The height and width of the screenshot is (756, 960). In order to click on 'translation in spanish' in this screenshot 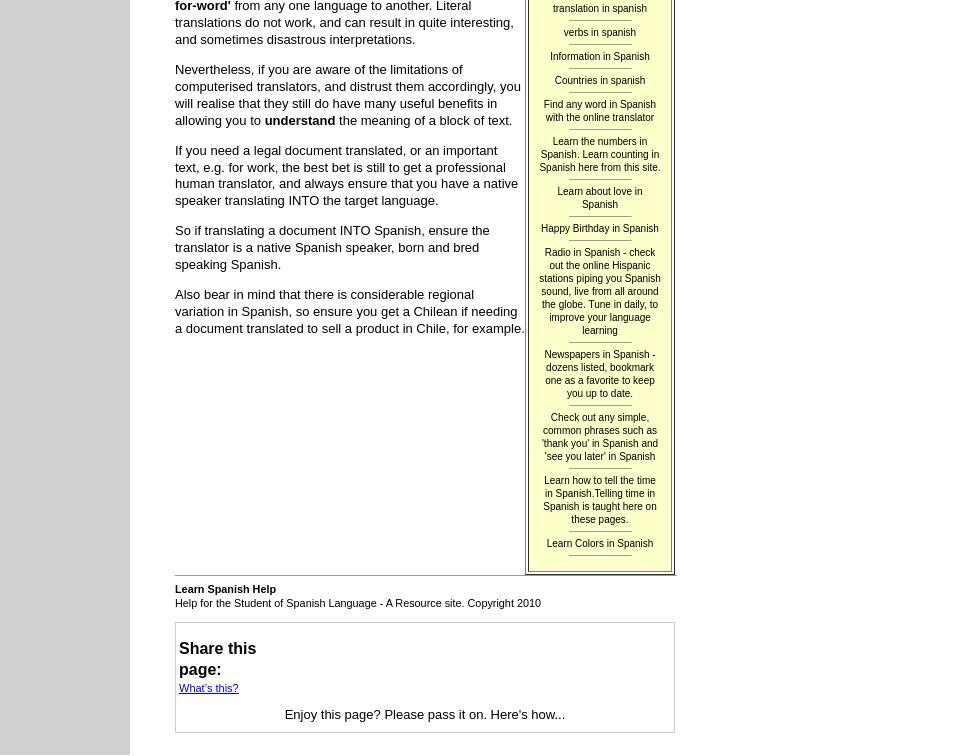, I will do `click(599, 7)`.